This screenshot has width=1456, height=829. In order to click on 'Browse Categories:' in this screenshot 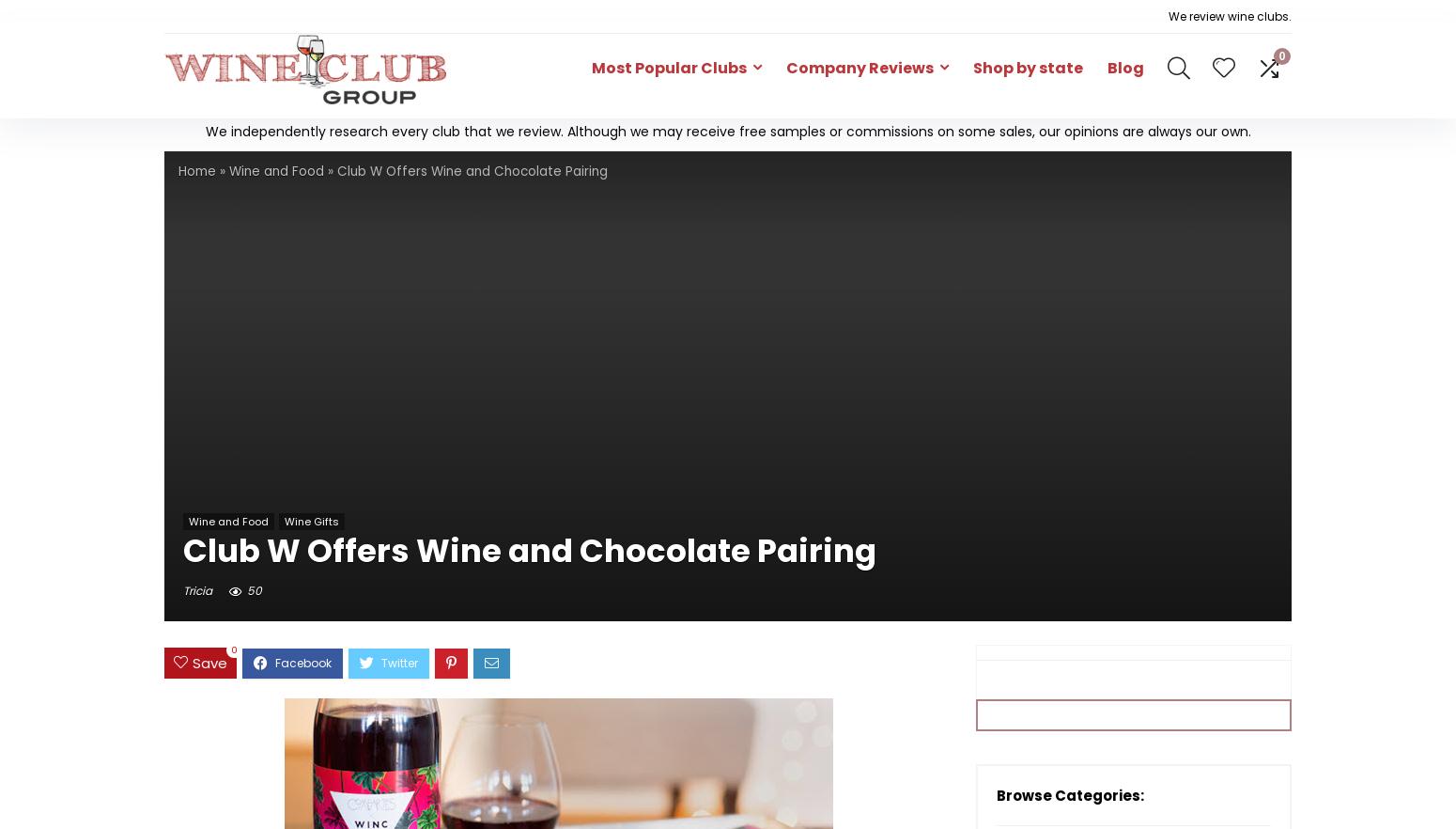, I will do `click(1069, 794)`.